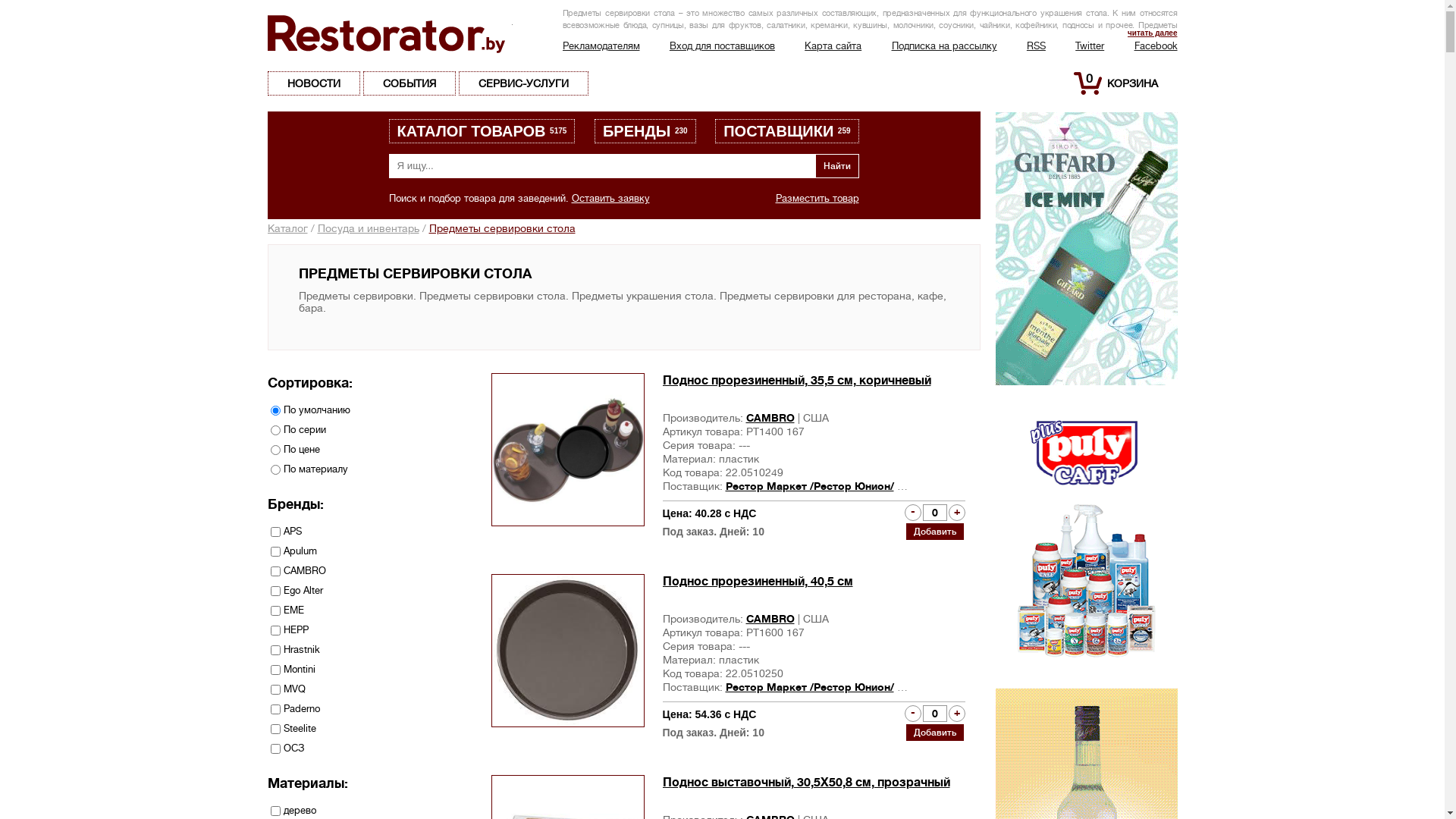  Describe the element at coordinates (1134, 45) in the screenshot. I see `'Facebook'` at that location.